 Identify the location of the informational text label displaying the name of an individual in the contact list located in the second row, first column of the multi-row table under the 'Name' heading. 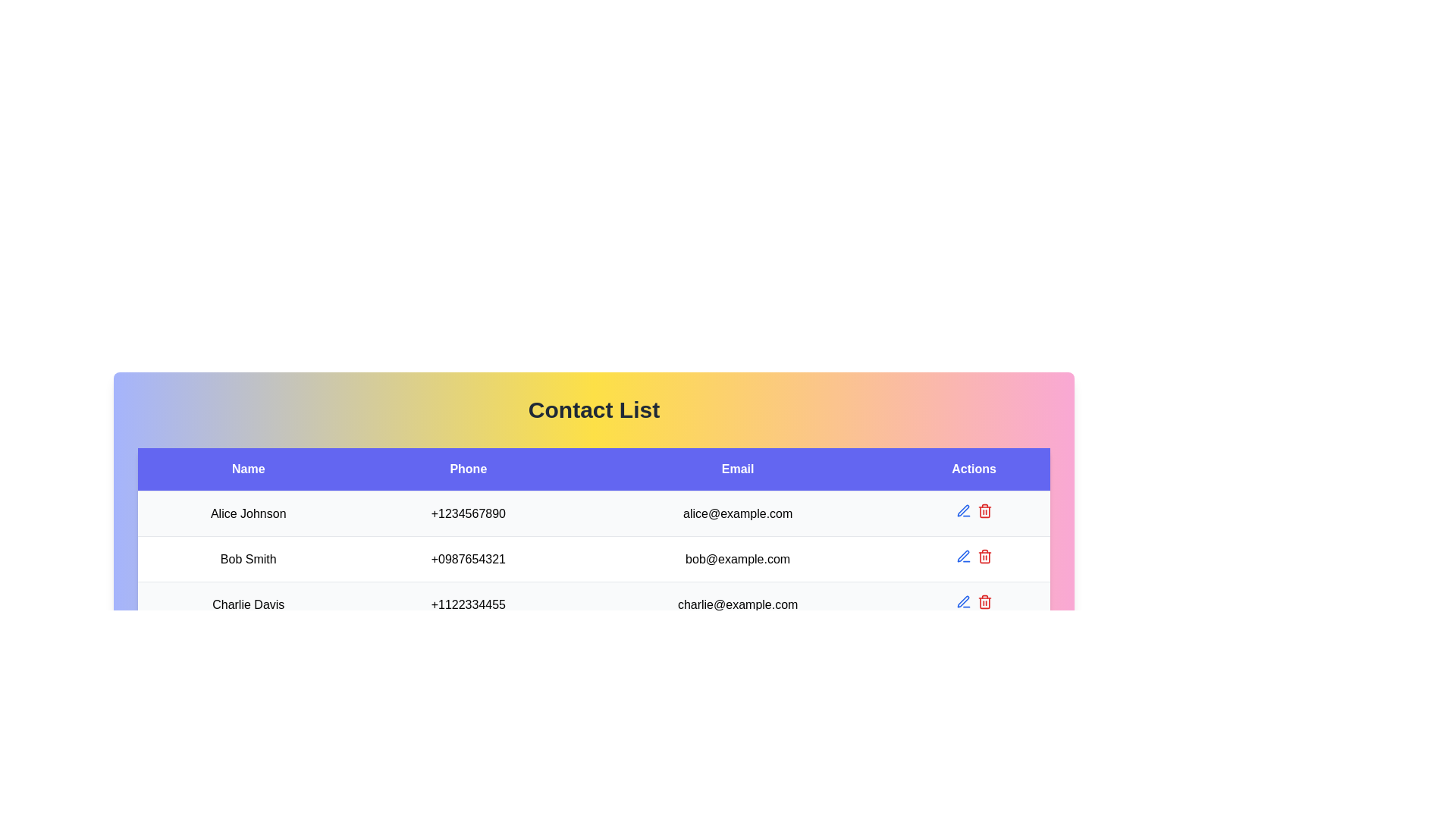
(248, 559).